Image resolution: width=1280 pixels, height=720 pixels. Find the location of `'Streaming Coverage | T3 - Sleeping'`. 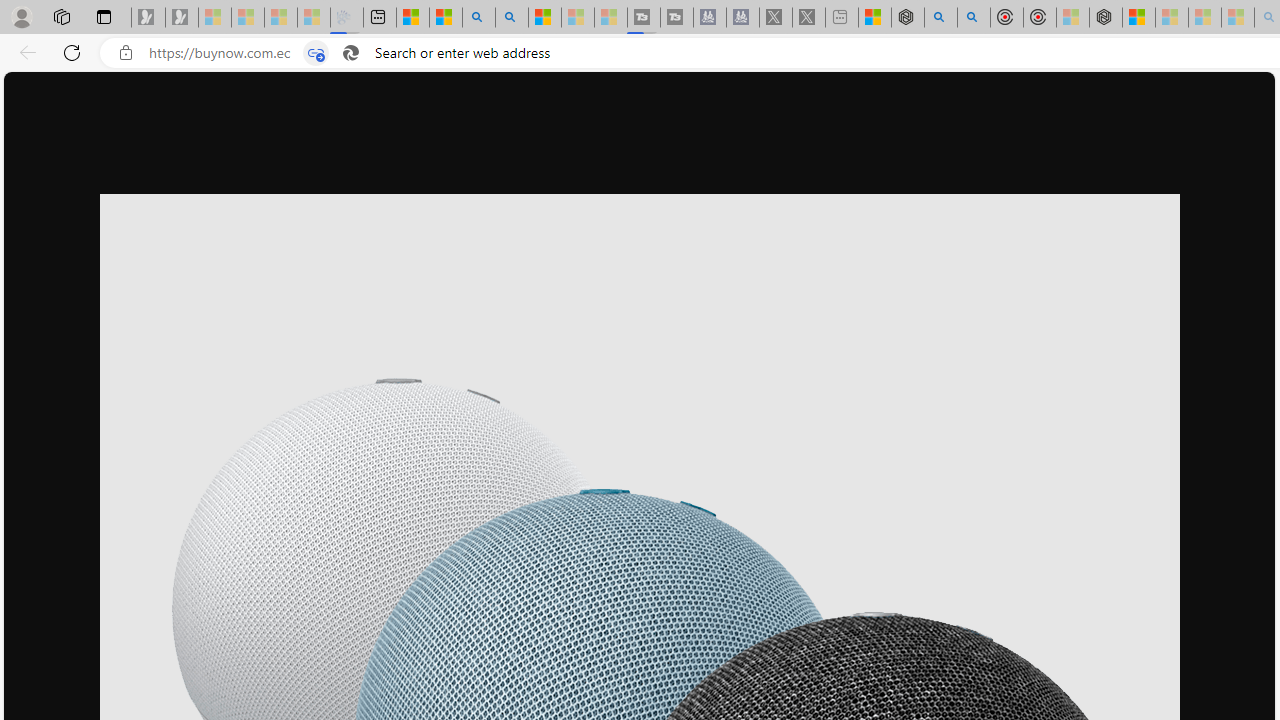

'Streaming Coverage | T3 - Sleeping' is located at coordinates (644, 17).